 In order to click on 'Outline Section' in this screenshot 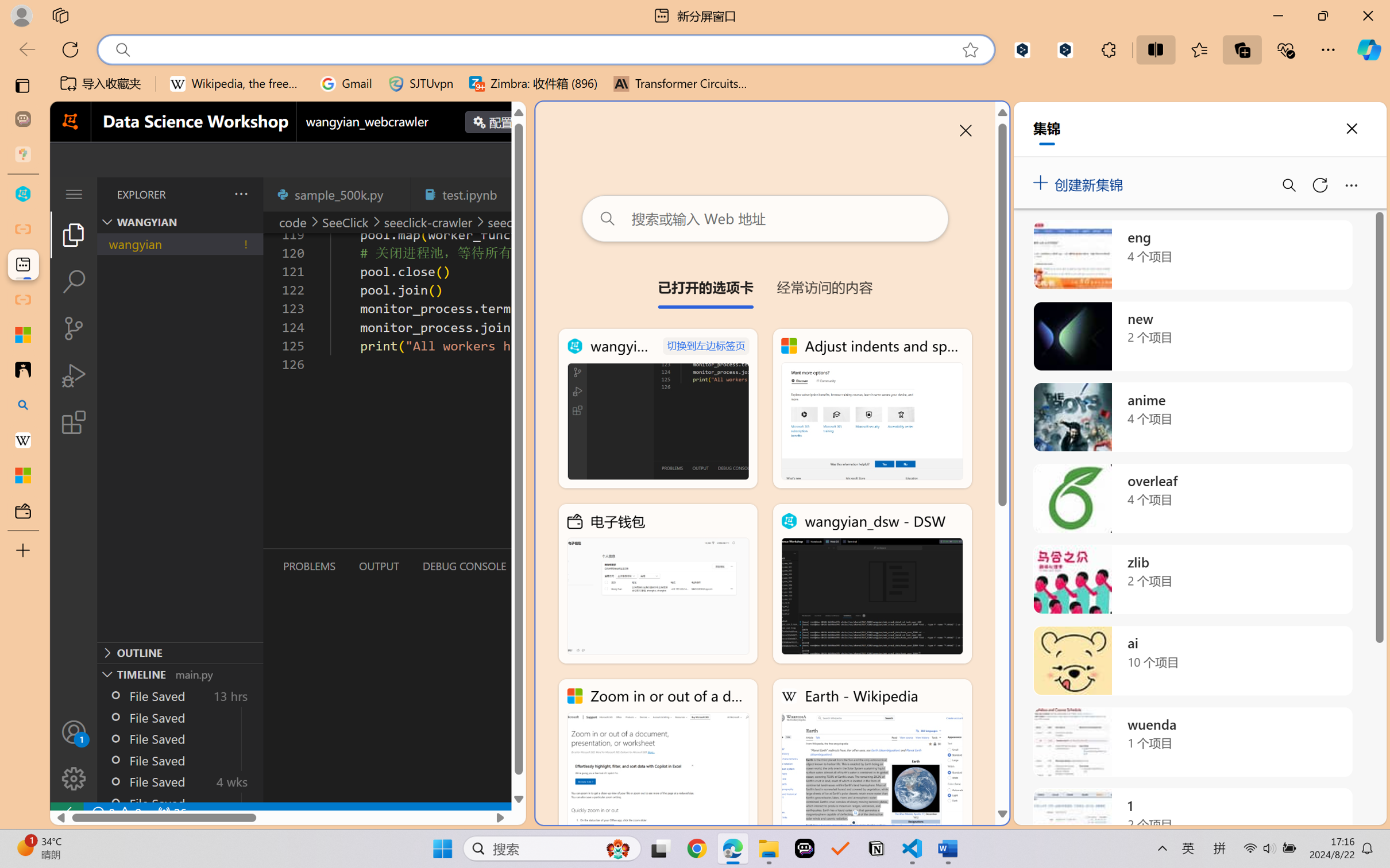, I will do `click(180, 652)`.